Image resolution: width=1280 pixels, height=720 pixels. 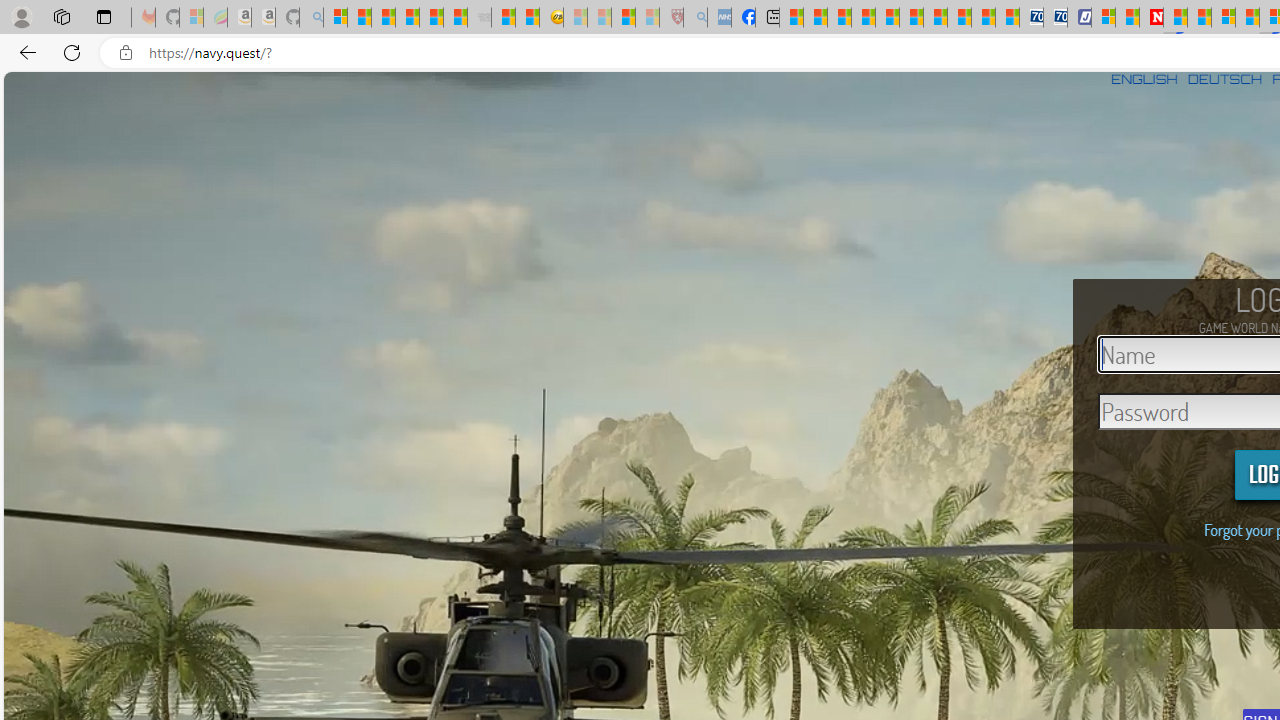 What do you see at coordinates (672, 17) in the screenshot?
I see `'Robert H. Shmerling, MD - Harvard Health - Sleeping'` at bounding box center [672, 17].